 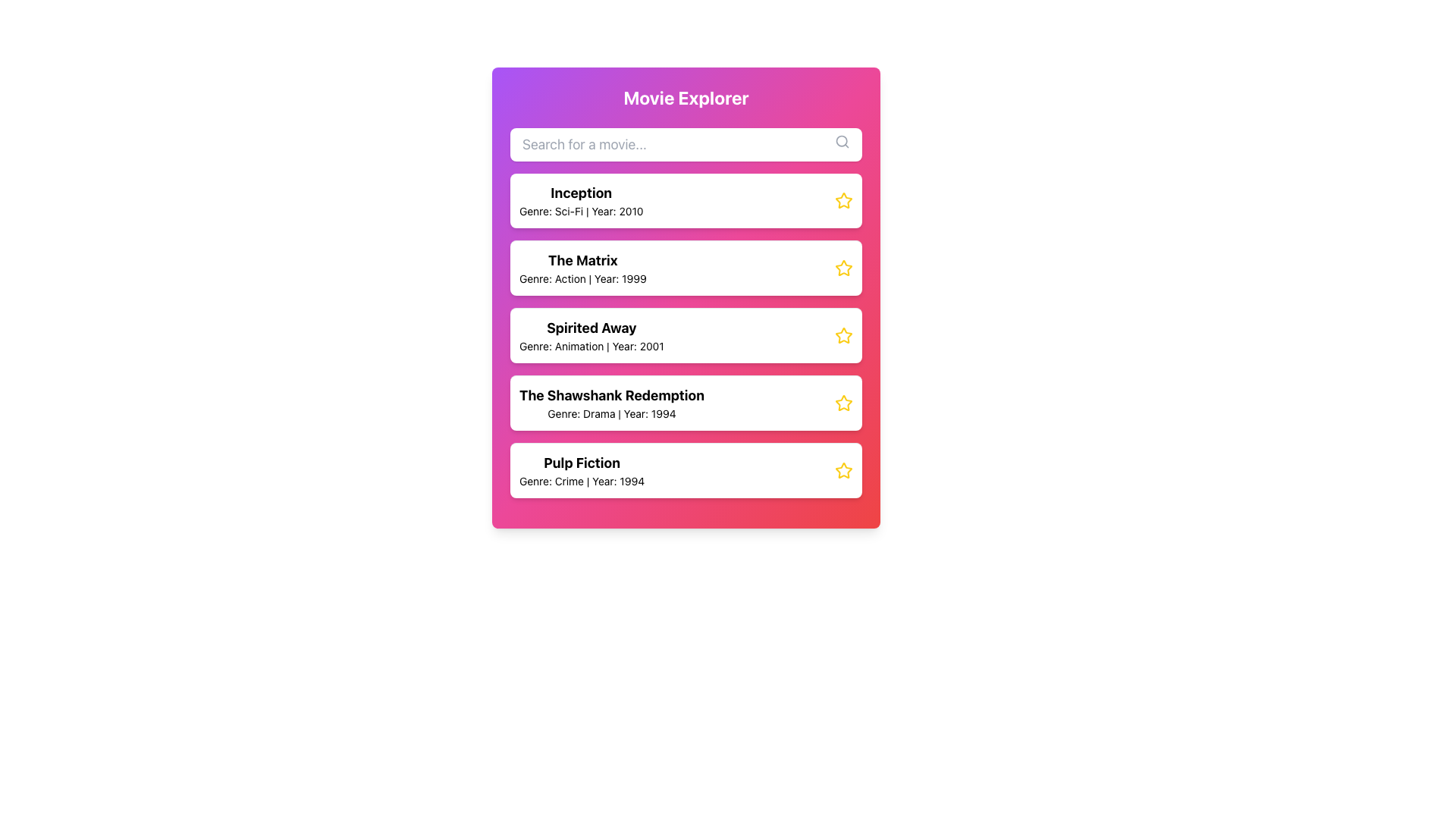 What do you see at coordinates (843, 268) in the screenshot?
I see `the yellow star-shaped icon located at the right end of the list item labeled 'The Matrix'` at bounding box center [843, 268].